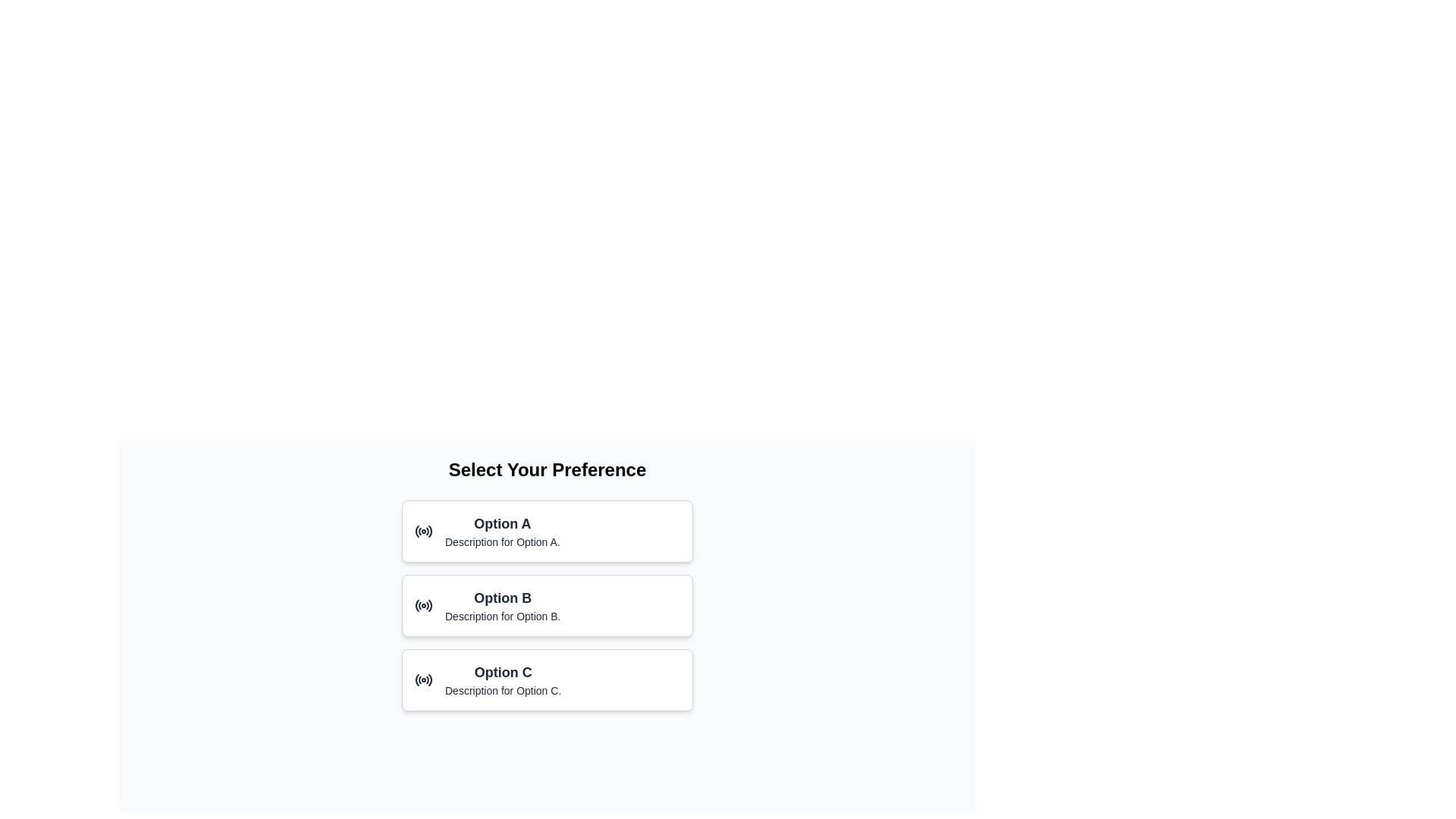 This screenshot has height=819, width=1456. What do you see at coordinates (502, 522) in the screenshot?
I see `the Text Label that serves as a title for the first card in a vertical list of options, located at the top-center of the card` at bounding box center [502, 522].